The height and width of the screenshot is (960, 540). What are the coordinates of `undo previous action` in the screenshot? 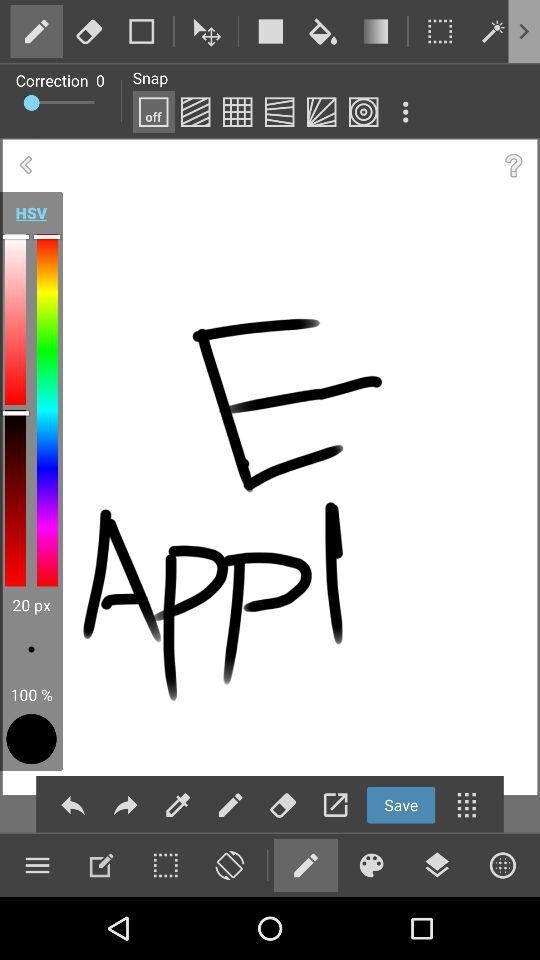 It's located at (72, 805).